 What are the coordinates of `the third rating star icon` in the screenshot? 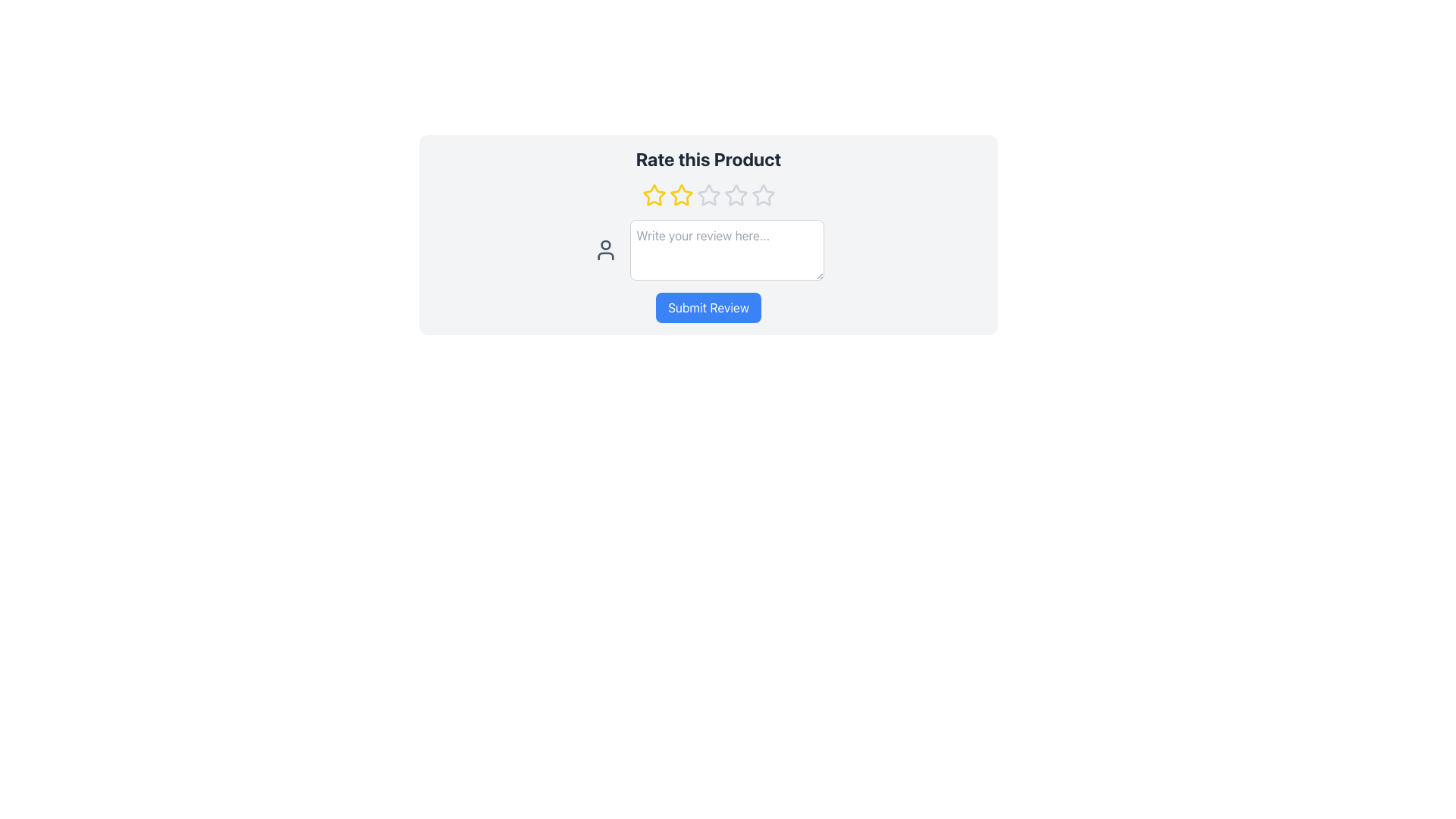 It's located at (708, 194).